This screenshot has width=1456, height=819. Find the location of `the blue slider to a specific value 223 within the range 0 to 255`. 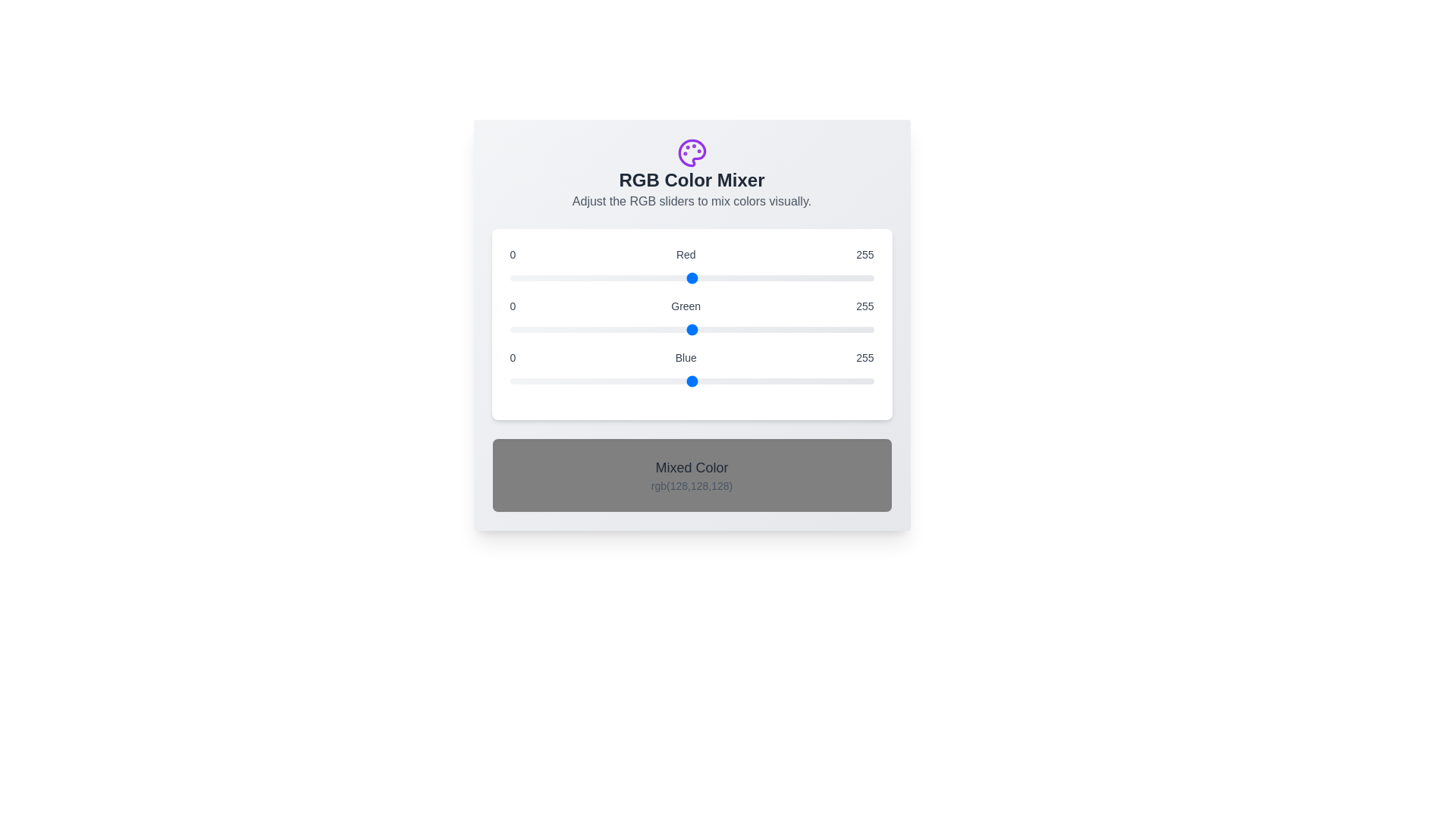

the blue slider to a specific value 223 within the range 0 to 255 is located at coordinates (827, 380).